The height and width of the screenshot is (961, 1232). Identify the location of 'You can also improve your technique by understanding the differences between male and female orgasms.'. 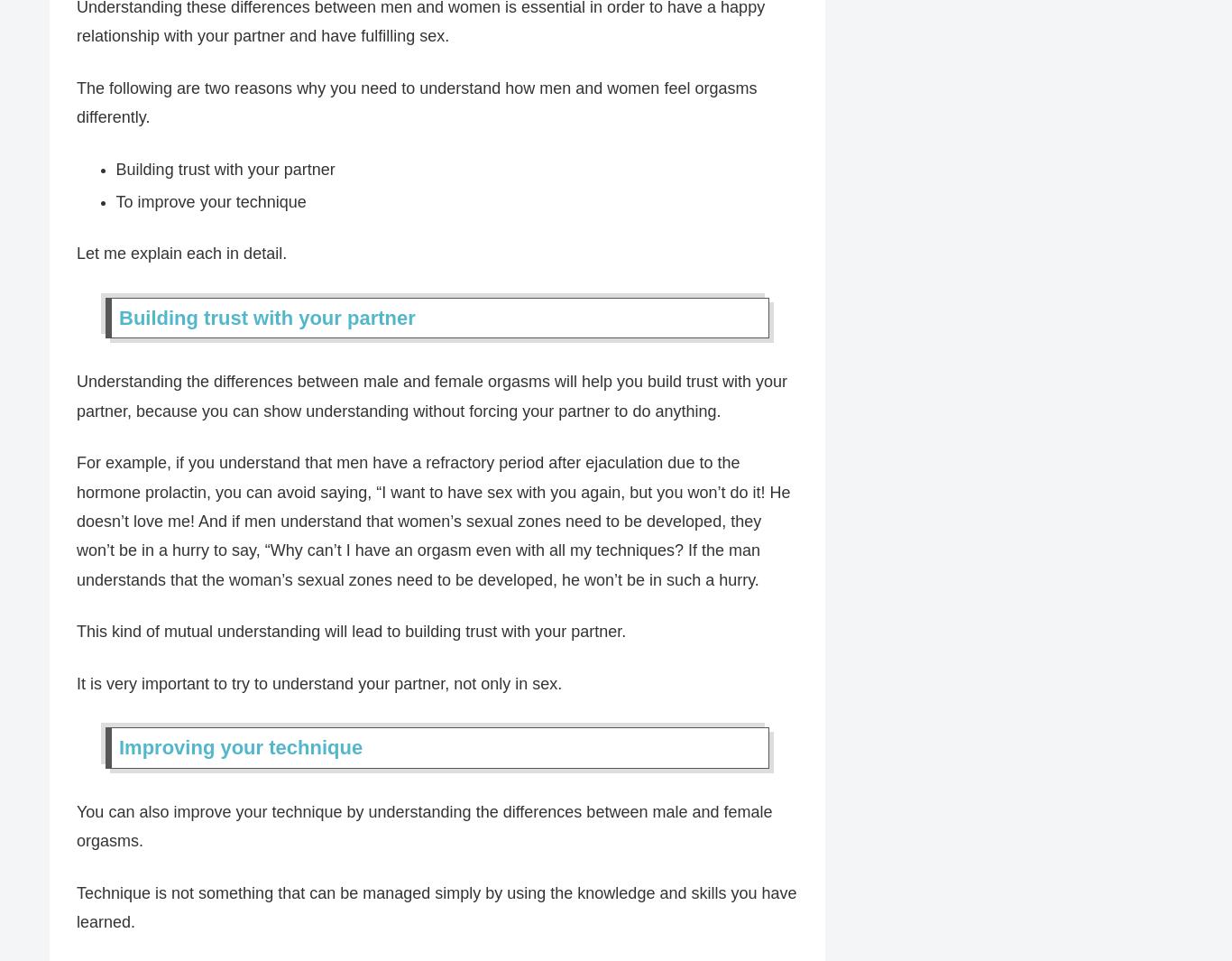
(424, 827).